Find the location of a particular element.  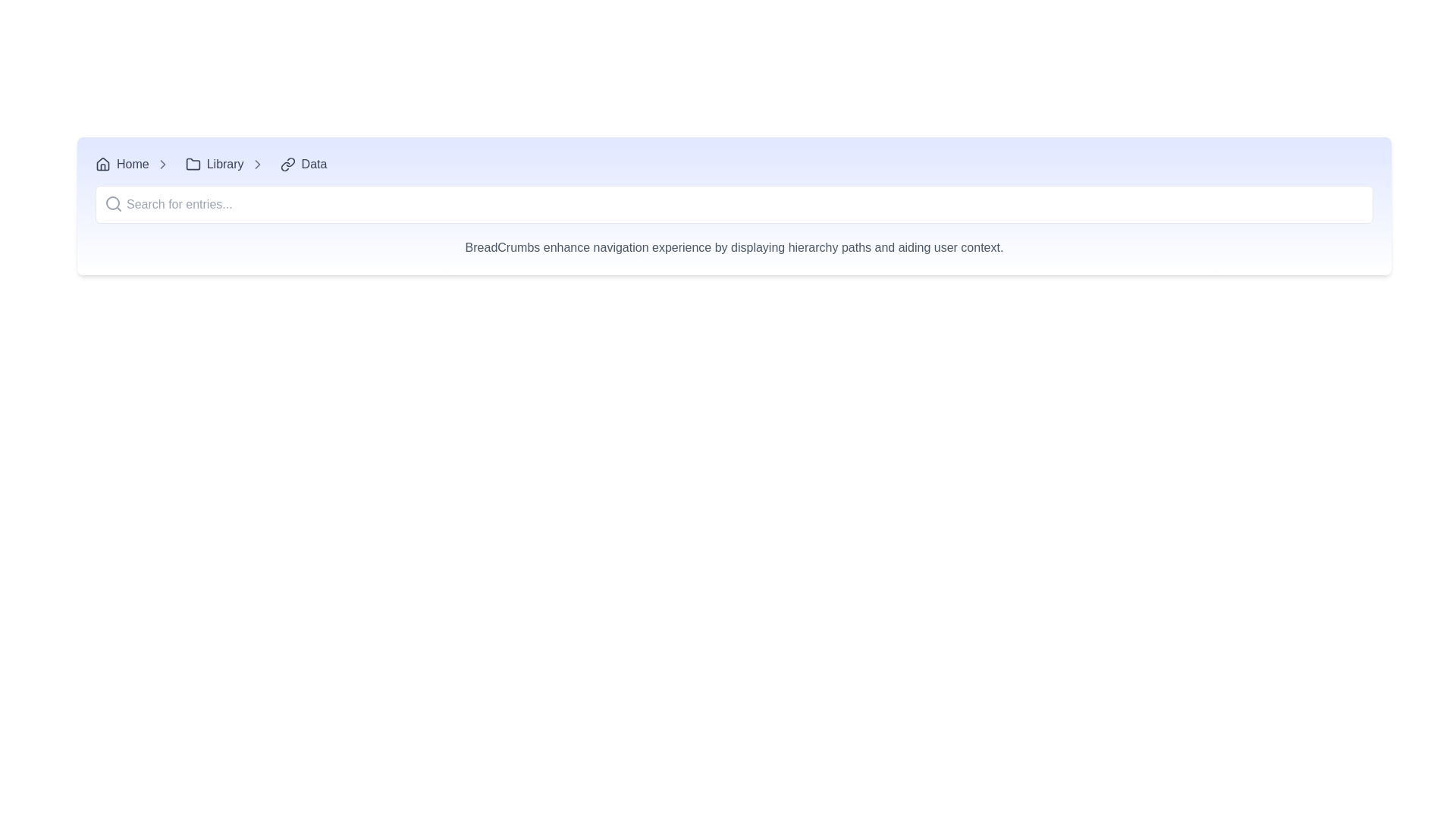

'Library' text label in the breadcrumb navigation to understand its context and functionality is located at coordinates (224, 164).